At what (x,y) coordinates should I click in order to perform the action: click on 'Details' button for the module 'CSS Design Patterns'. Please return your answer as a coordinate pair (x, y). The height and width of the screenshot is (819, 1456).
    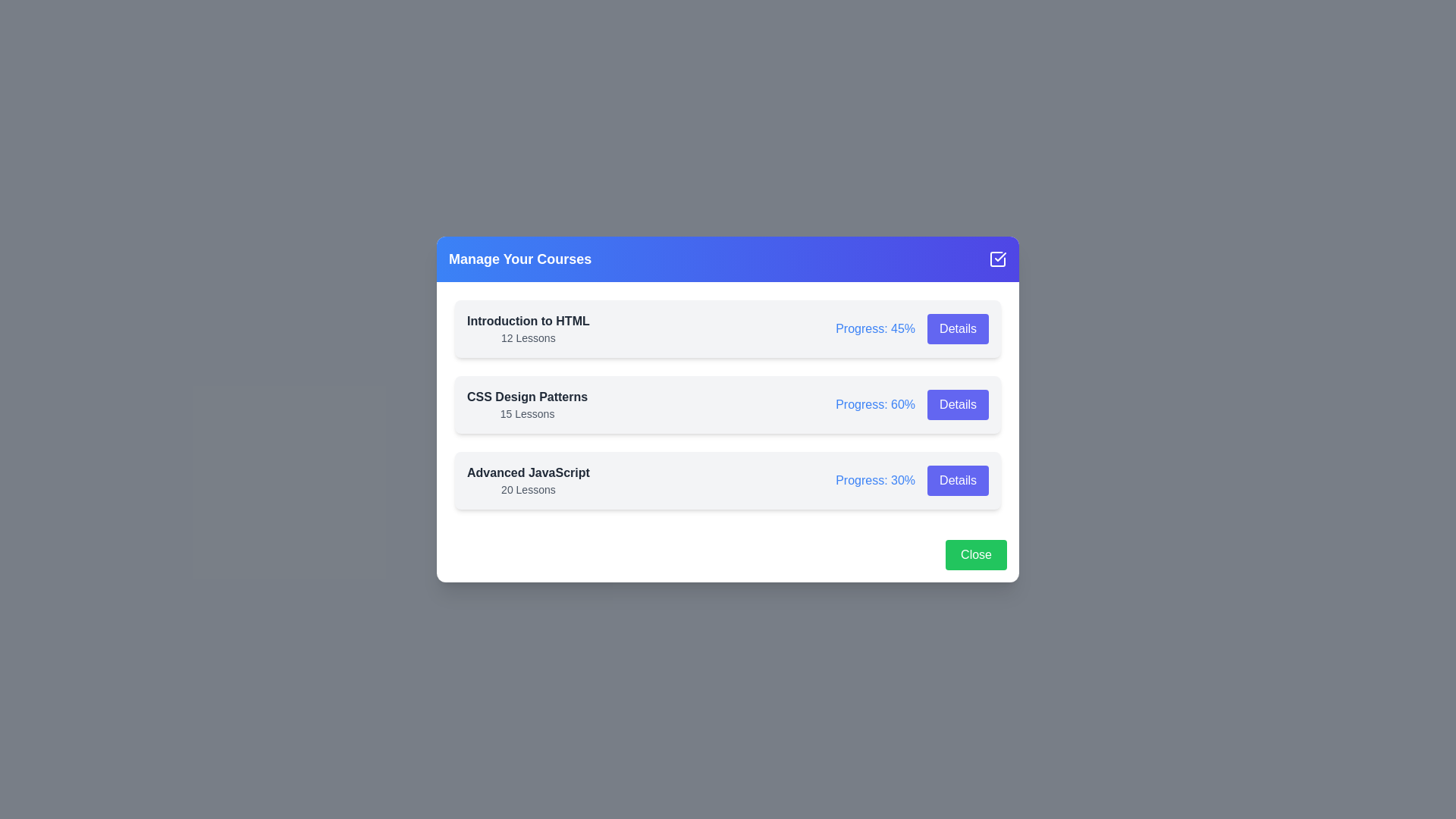
    Looking at the image, I should click on (957, 403).